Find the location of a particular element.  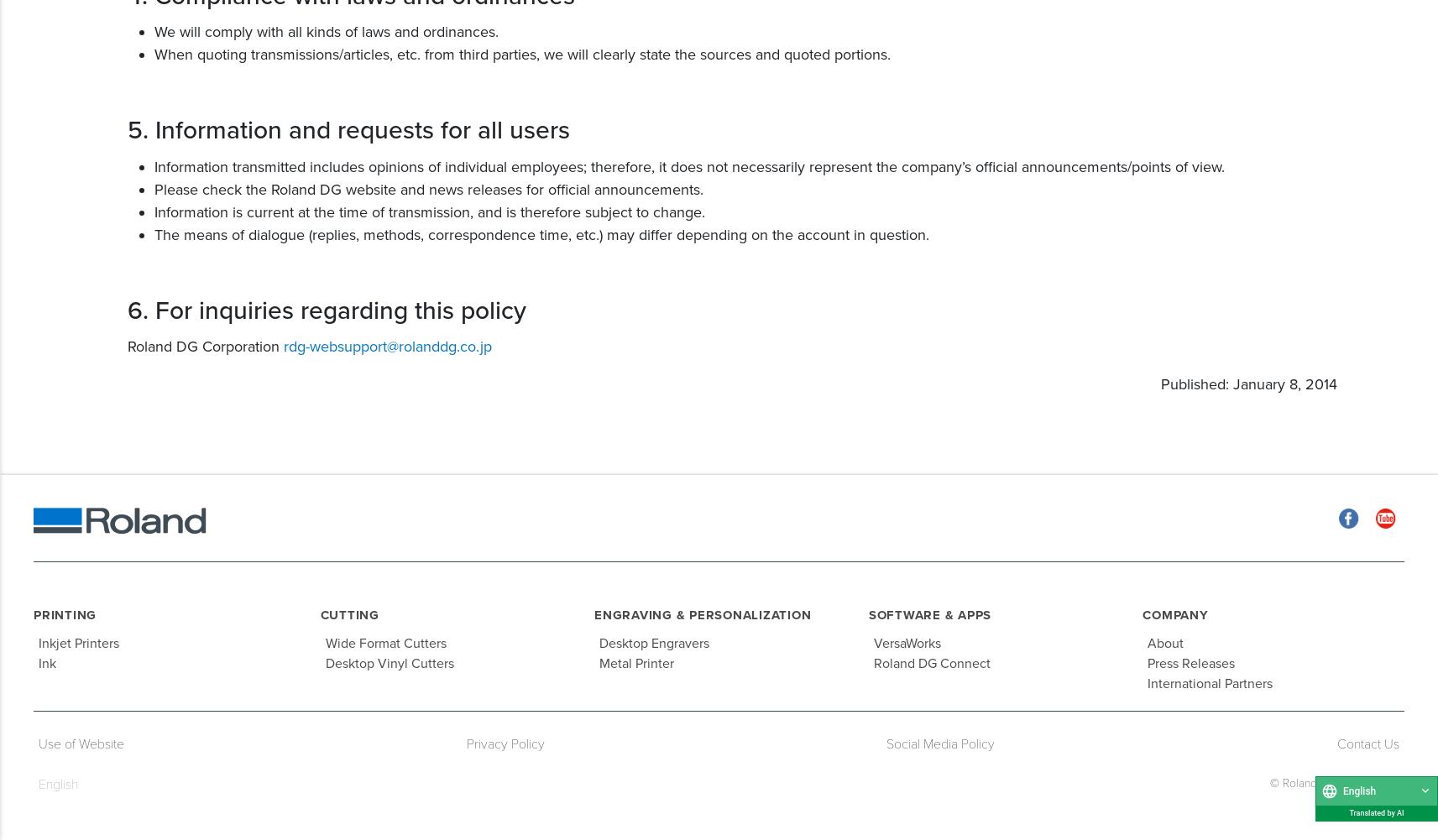

'Roland DG Corporation' is located at coordinates (205, 346).